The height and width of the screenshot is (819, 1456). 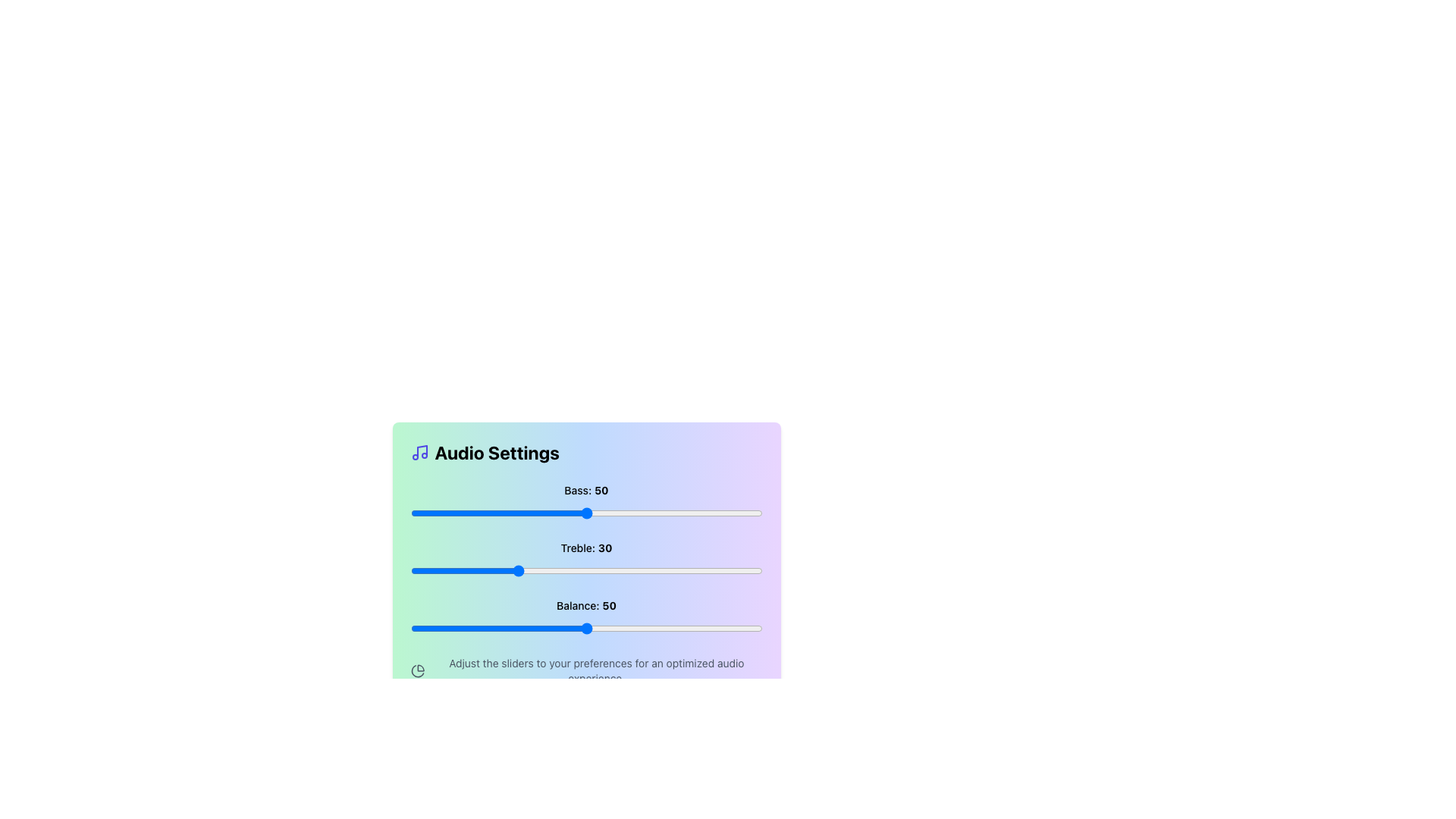 I want to click on the treble level, so click(x=488, y=570).